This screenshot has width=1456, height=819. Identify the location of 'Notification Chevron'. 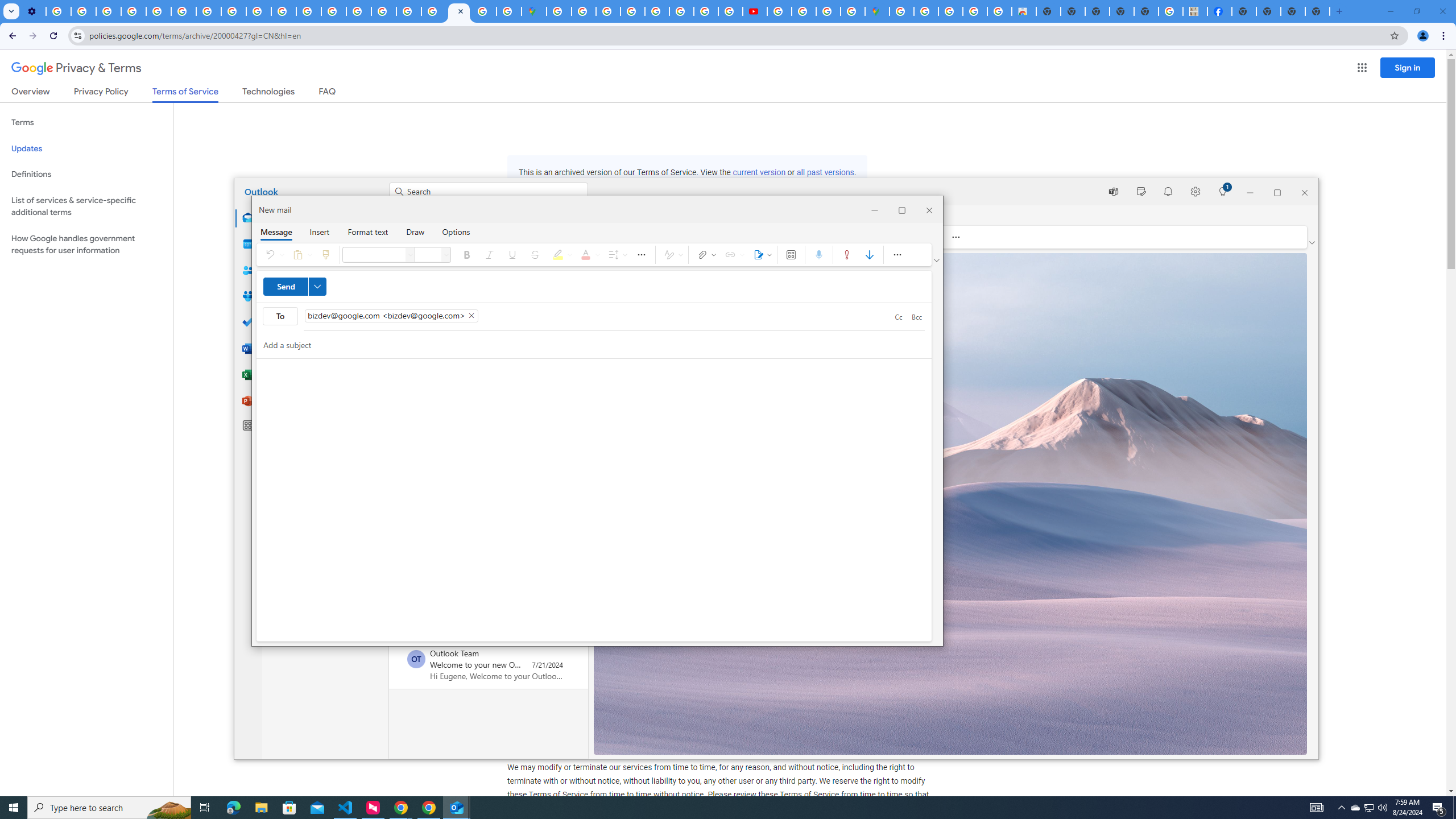
(1342, 806).